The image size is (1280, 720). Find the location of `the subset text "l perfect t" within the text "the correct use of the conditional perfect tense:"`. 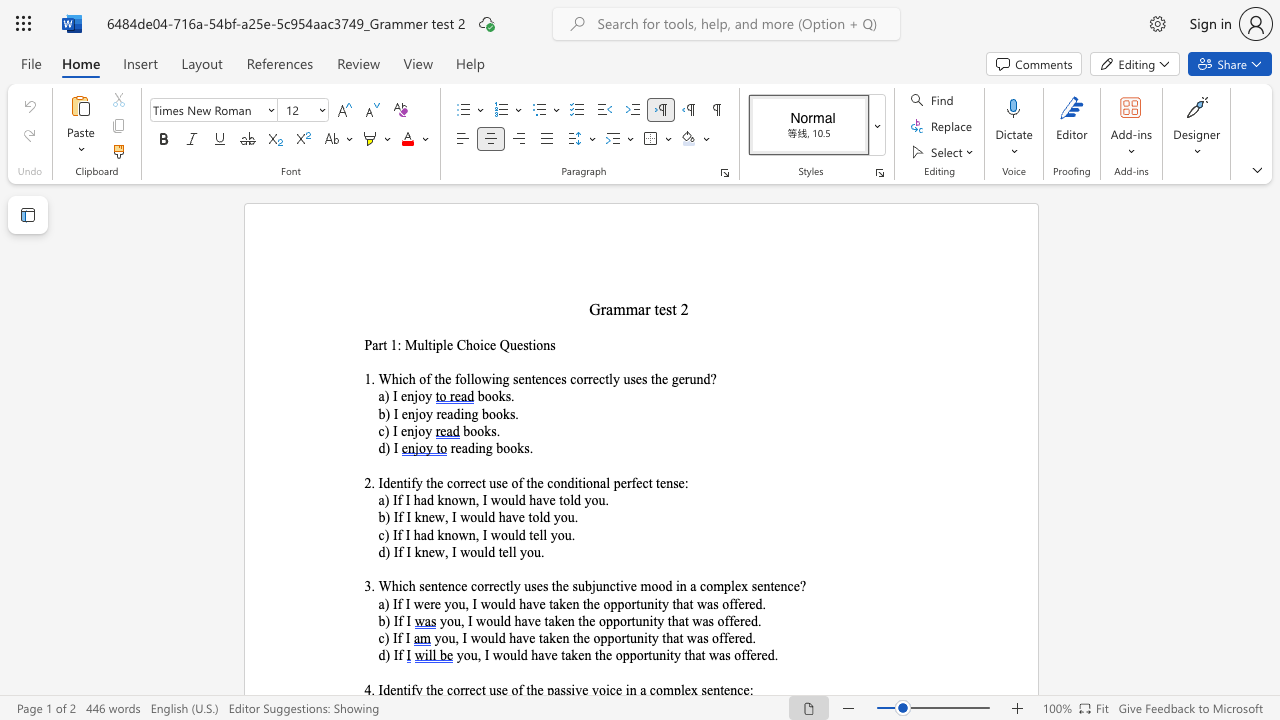

the subset text "l perfect t" within the text "the correct use of the conditional perfect tense:" is located at coordinates (605, 483).